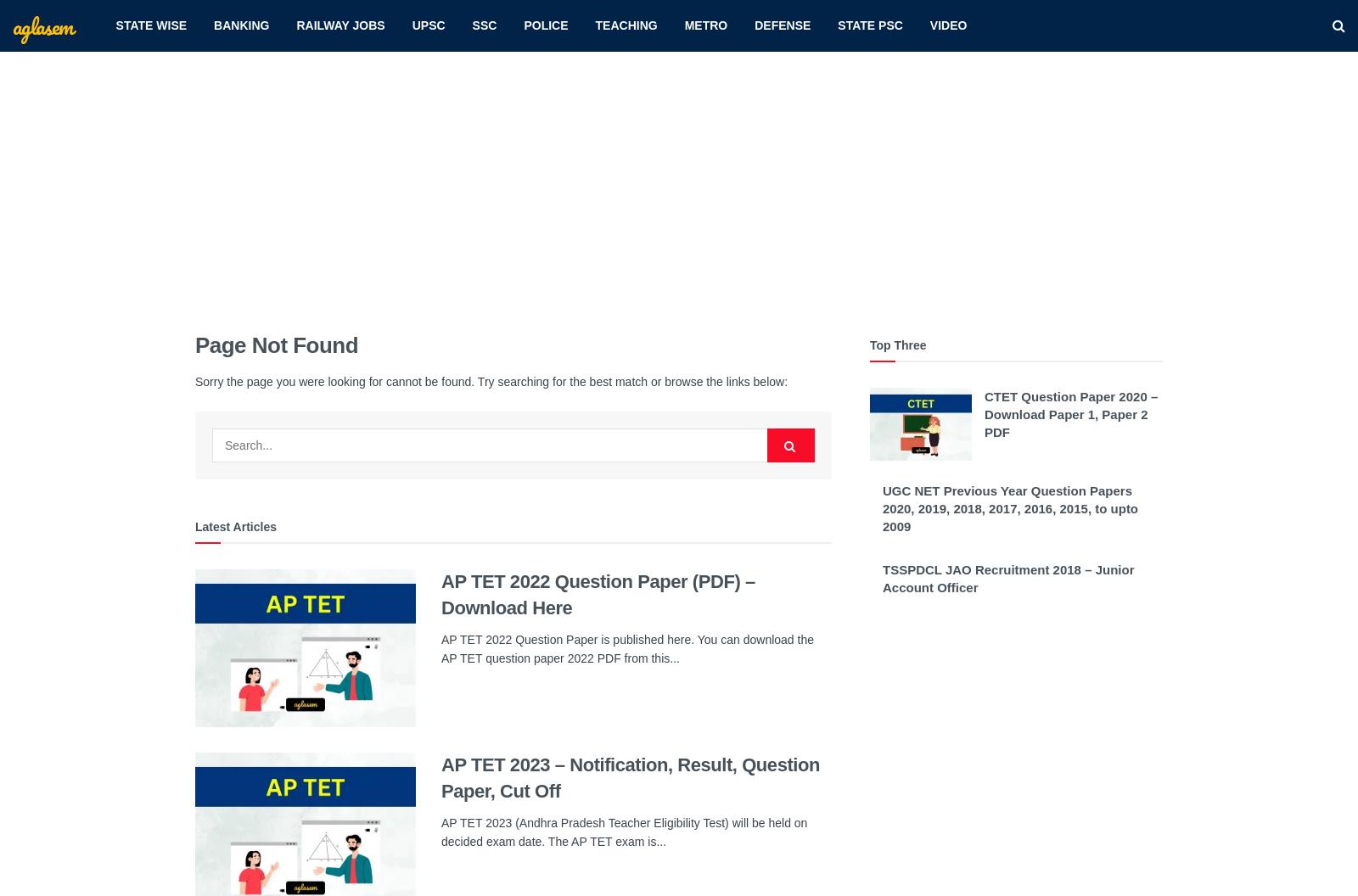 The image size is (1358, 896). What do you see at coordinates (41, 25) in the screenshot?
I see `'aglasem'` at bounding box center [41, 25].